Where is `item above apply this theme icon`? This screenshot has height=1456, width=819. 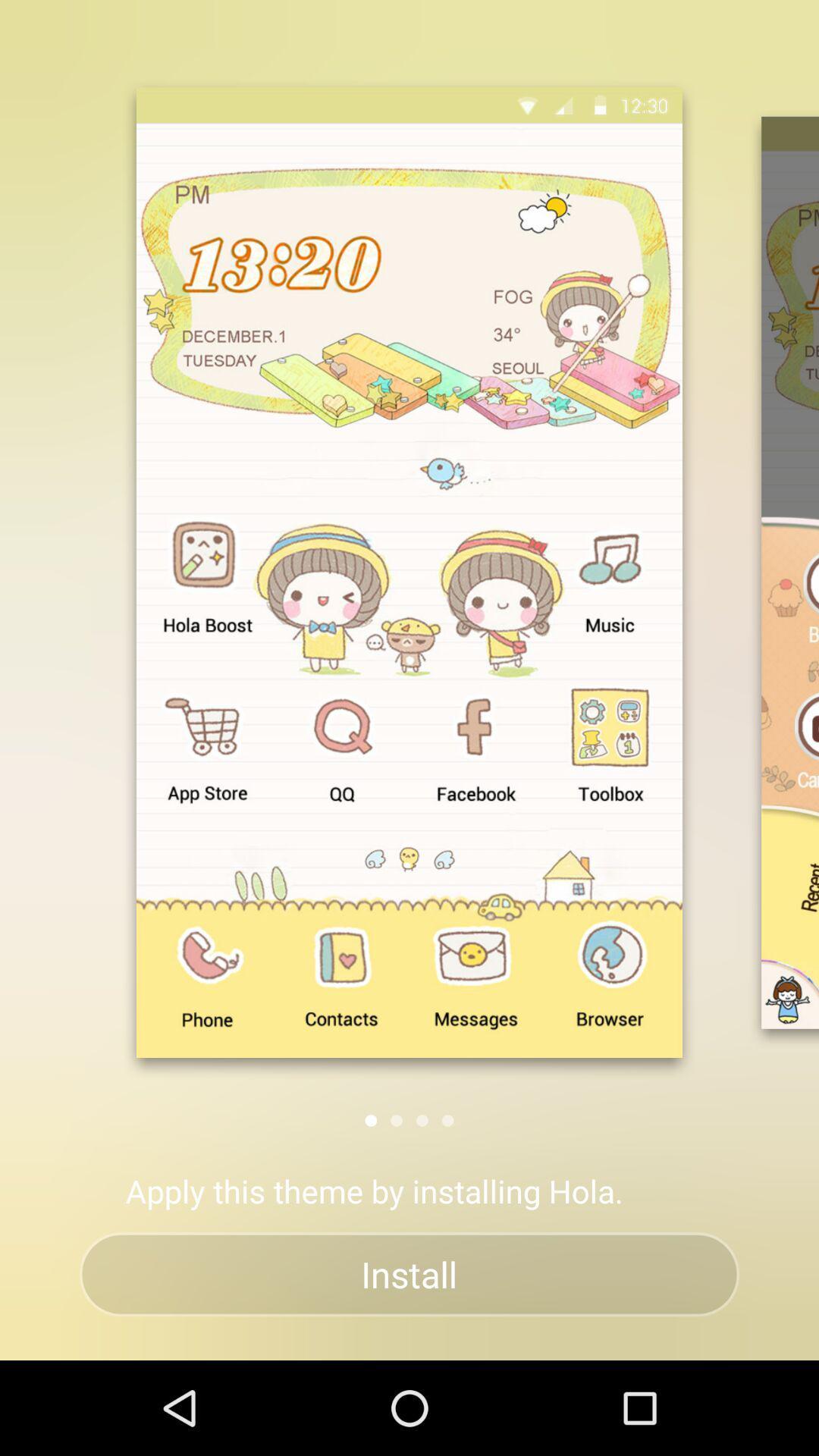 item above apply this theme icon is located at coordinates (371, 1120).